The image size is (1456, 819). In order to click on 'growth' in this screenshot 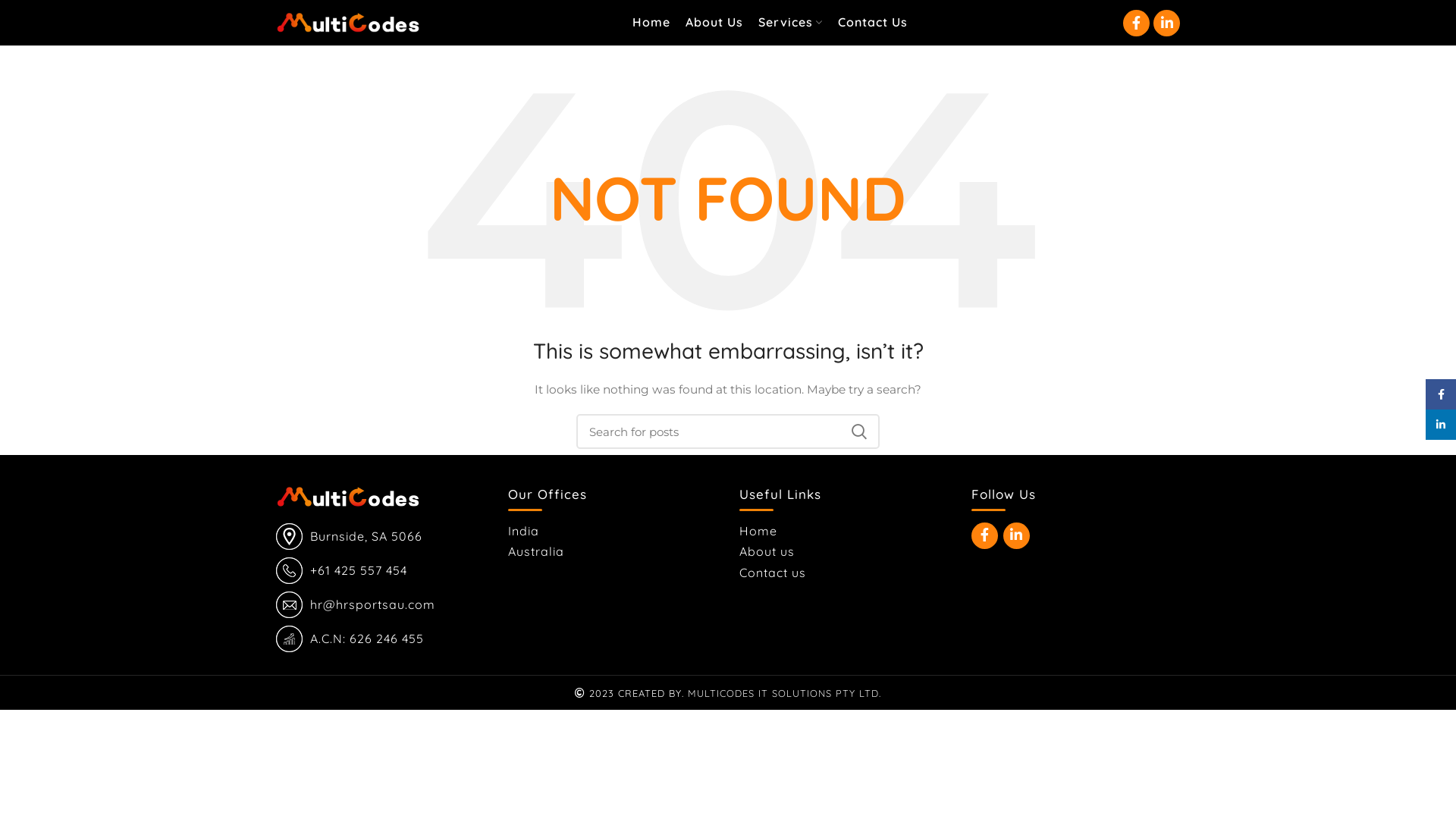, I will do `click(276, 639)`.